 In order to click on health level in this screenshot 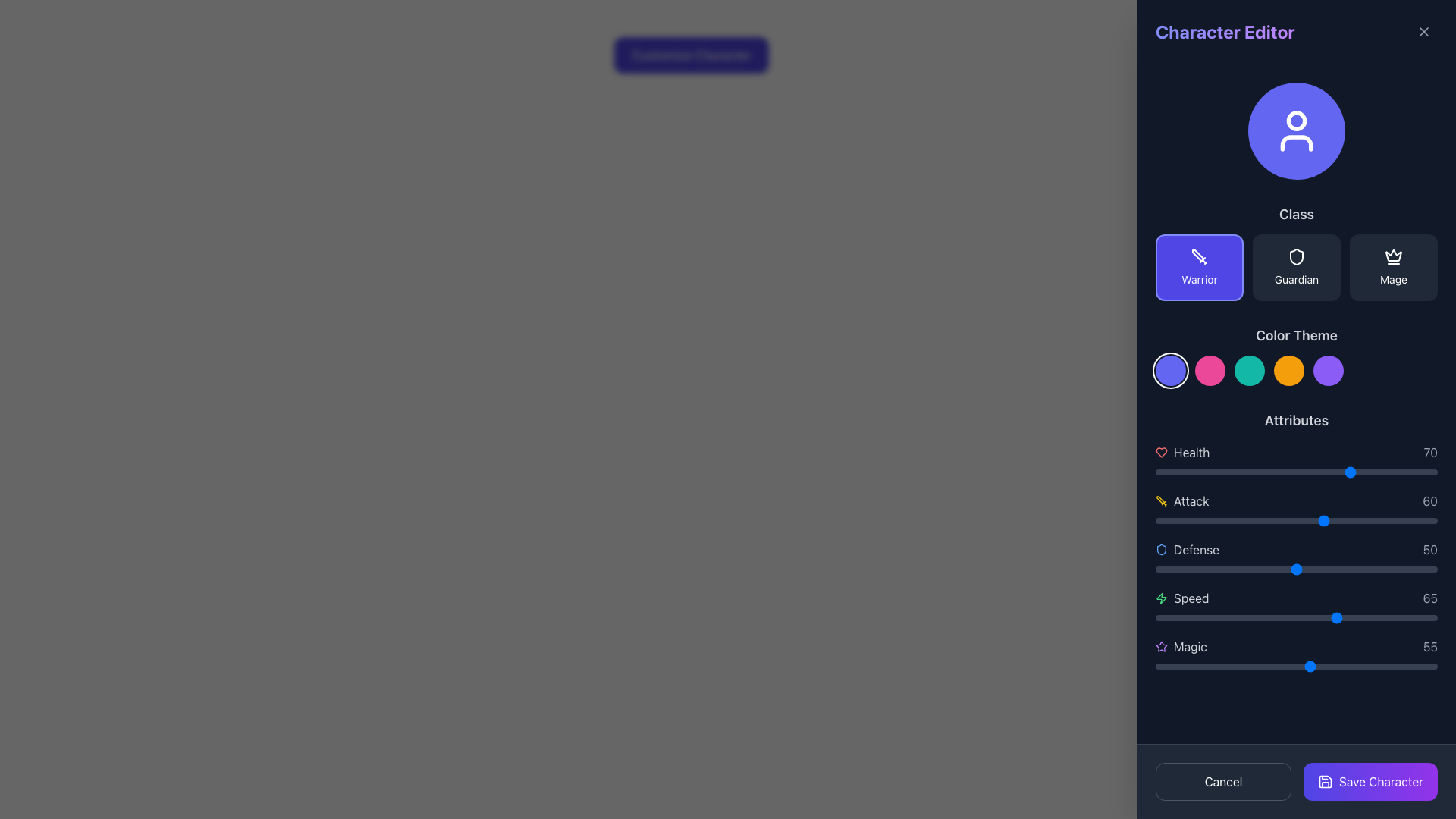, I will do `click(1185, 472)`.